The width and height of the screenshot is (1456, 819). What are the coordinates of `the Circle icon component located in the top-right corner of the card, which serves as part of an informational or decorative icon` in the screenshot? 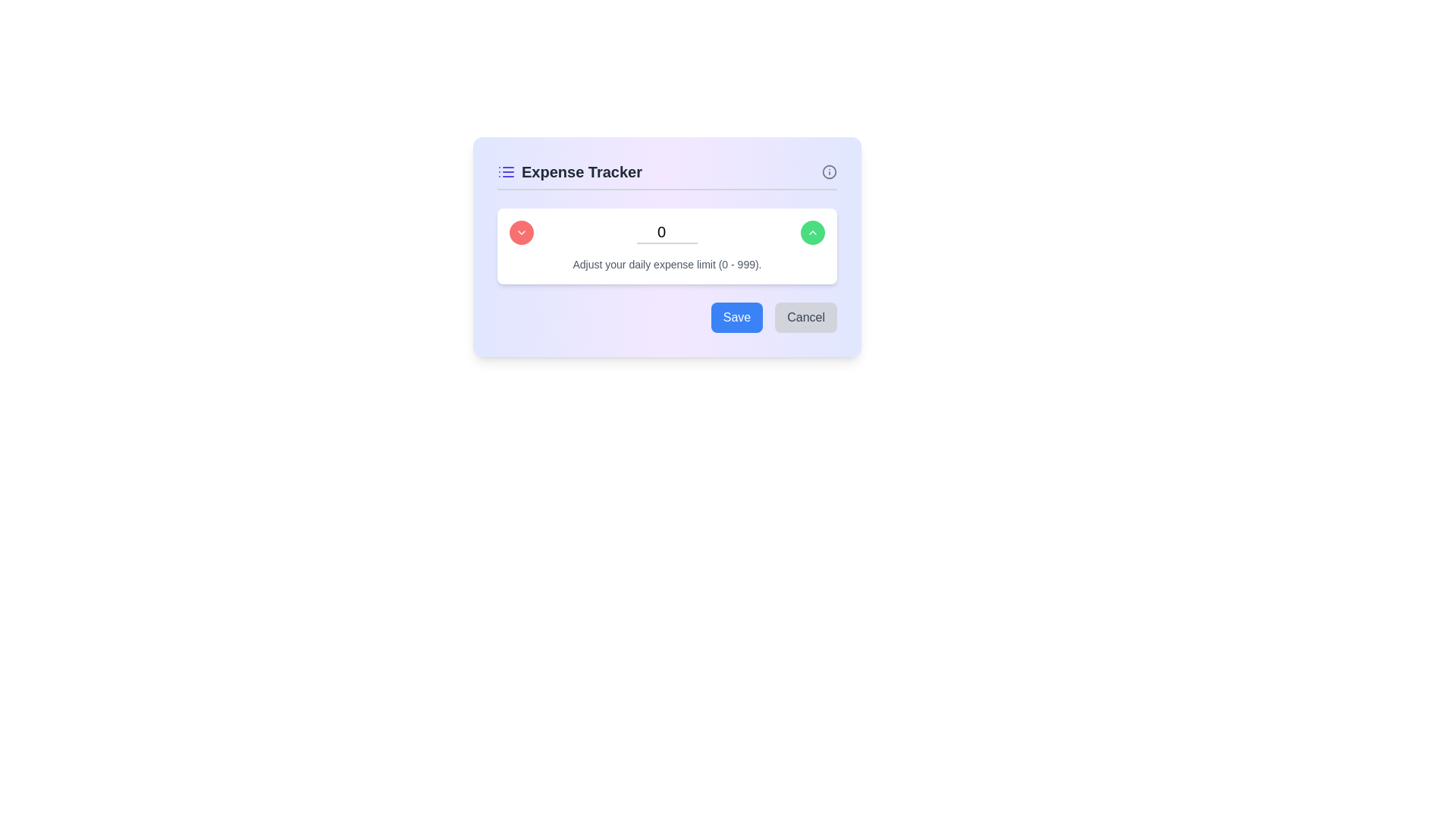 It's located at (829, 171).